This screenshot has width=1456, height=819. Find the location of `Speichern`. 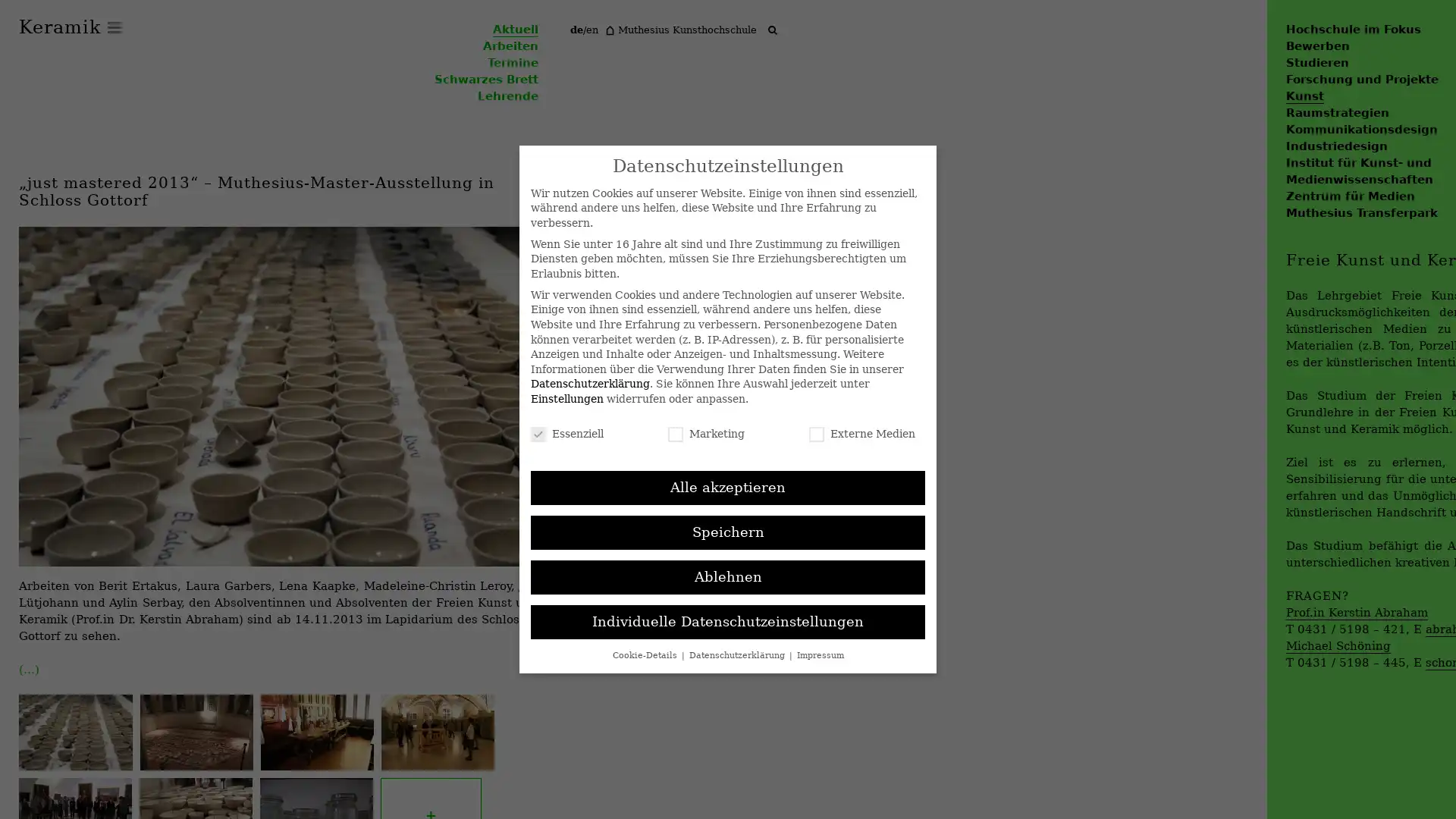

Speichern is located at coordinates (728, 532).